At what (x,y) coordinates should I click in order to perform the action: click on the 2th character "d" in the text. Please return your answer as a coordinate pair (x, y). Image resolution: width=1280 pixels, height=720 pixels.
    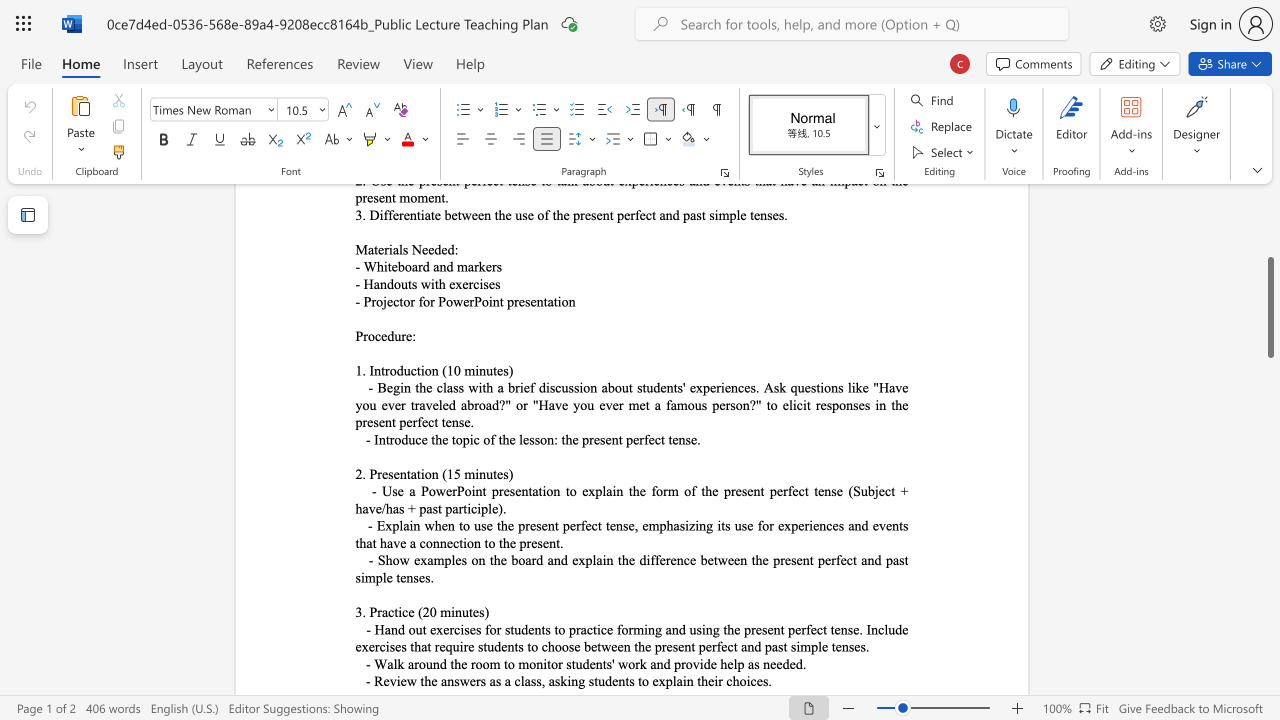
    Looking at the image, I should click on (667, 664).